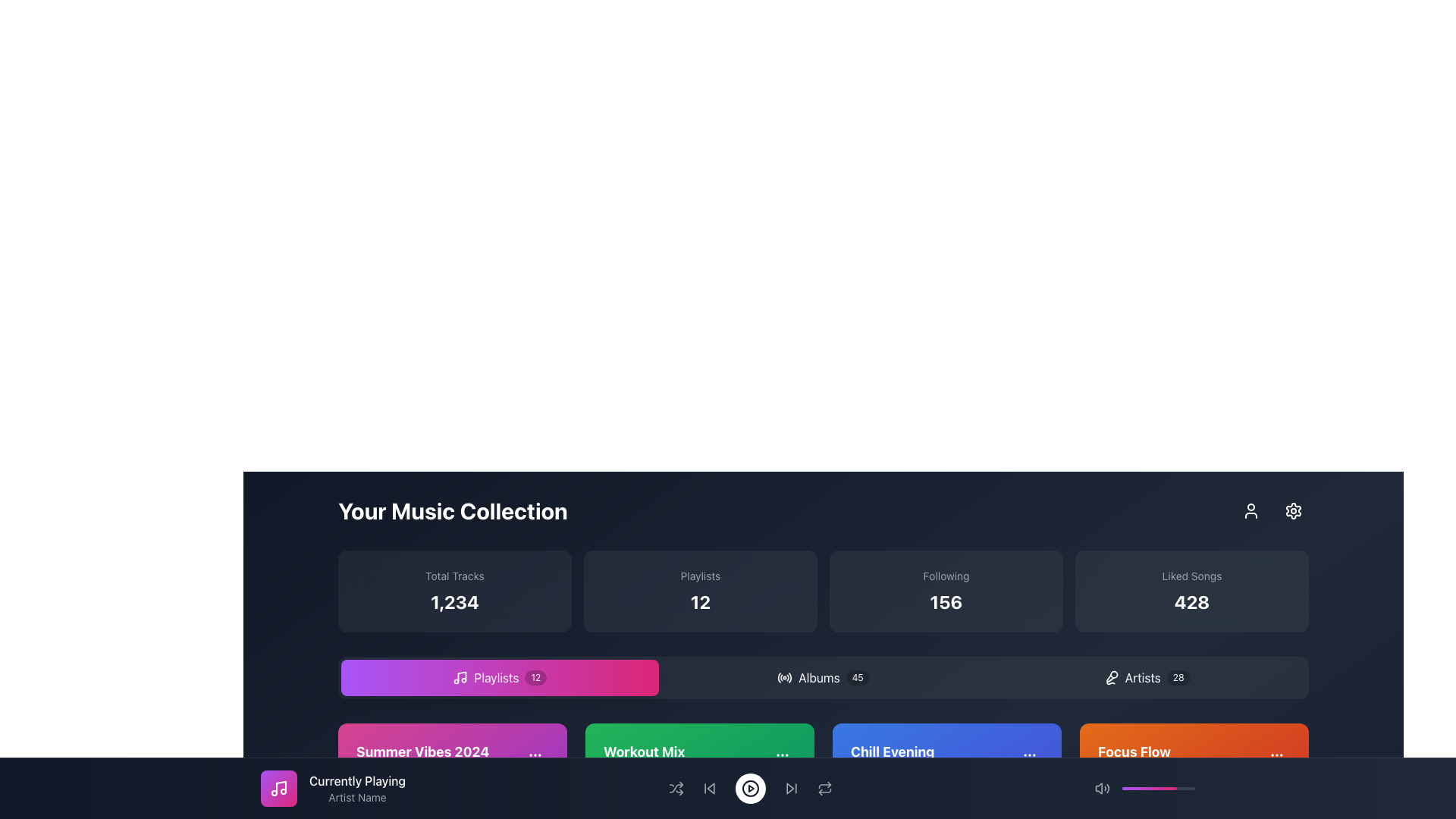  Describe the element at coordinates (750, 788) in the screenshot. I see `the media play/pause button located at the center of the navigation bar` at that location.